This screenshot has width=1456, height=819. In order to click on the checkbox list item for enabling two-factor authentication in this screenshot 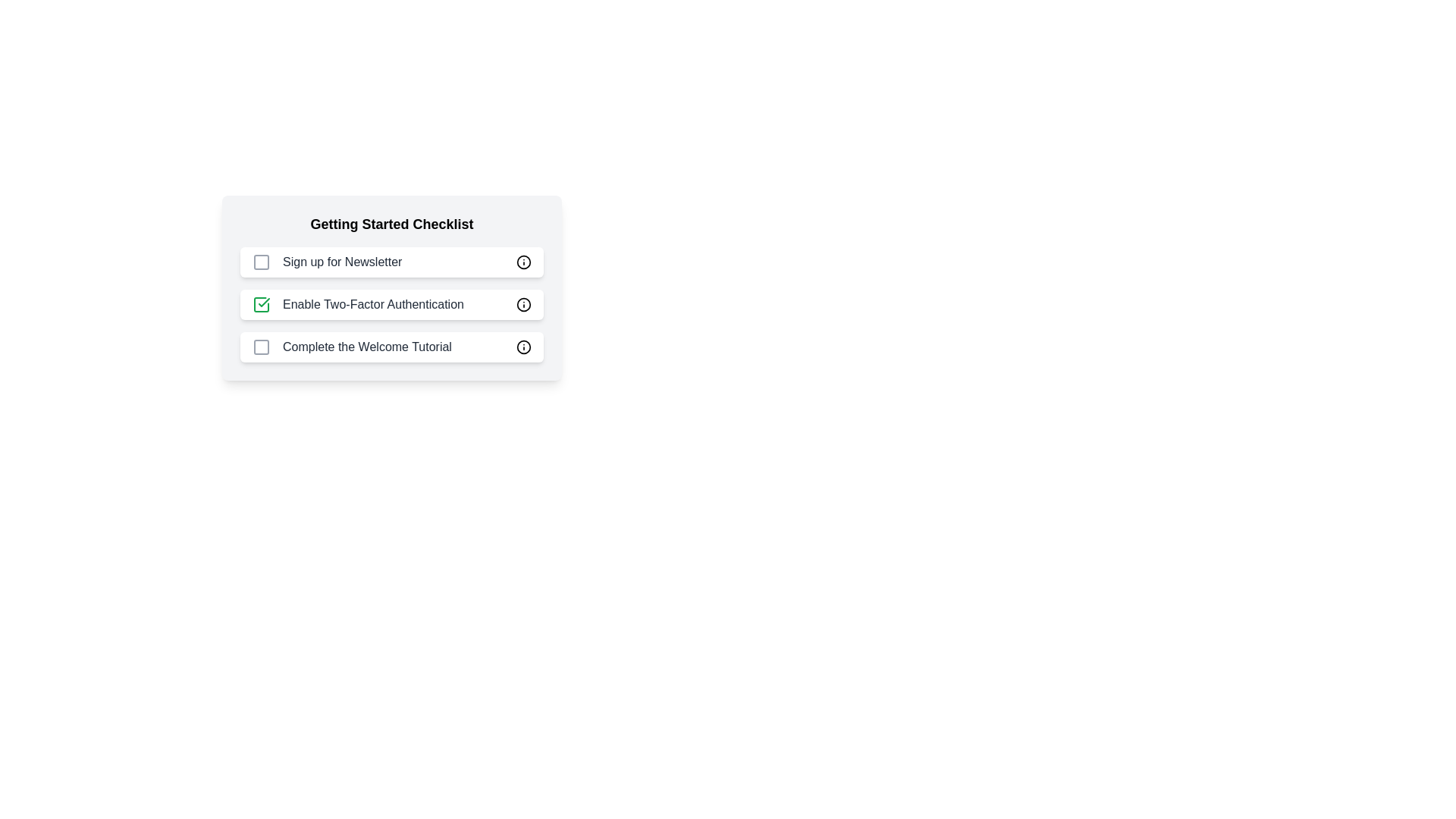, I will do `click(357, 304)`.